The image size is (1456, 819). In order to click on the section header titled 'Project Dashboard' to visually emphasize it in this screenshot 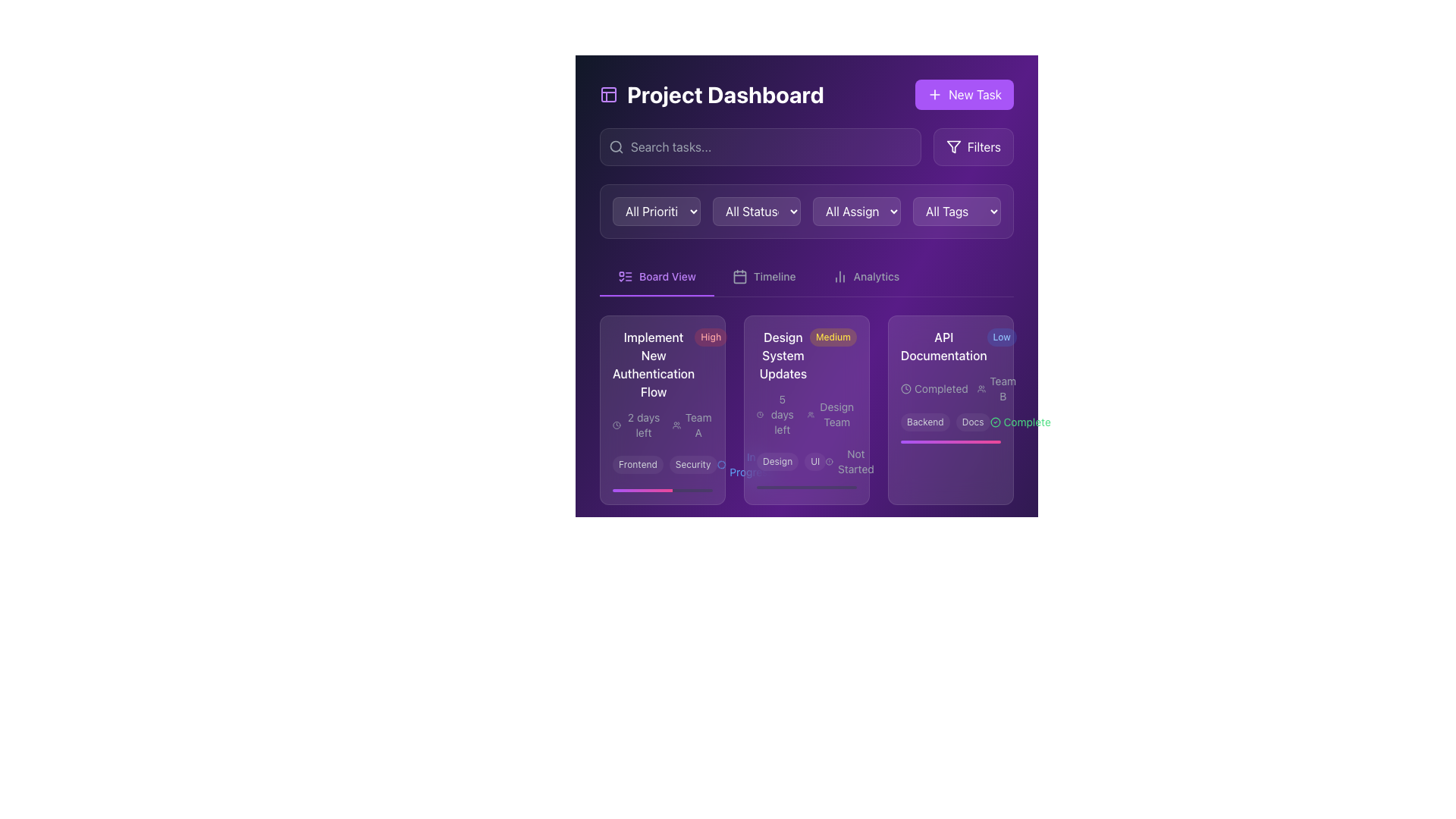, I will do `click(806, 94)`.